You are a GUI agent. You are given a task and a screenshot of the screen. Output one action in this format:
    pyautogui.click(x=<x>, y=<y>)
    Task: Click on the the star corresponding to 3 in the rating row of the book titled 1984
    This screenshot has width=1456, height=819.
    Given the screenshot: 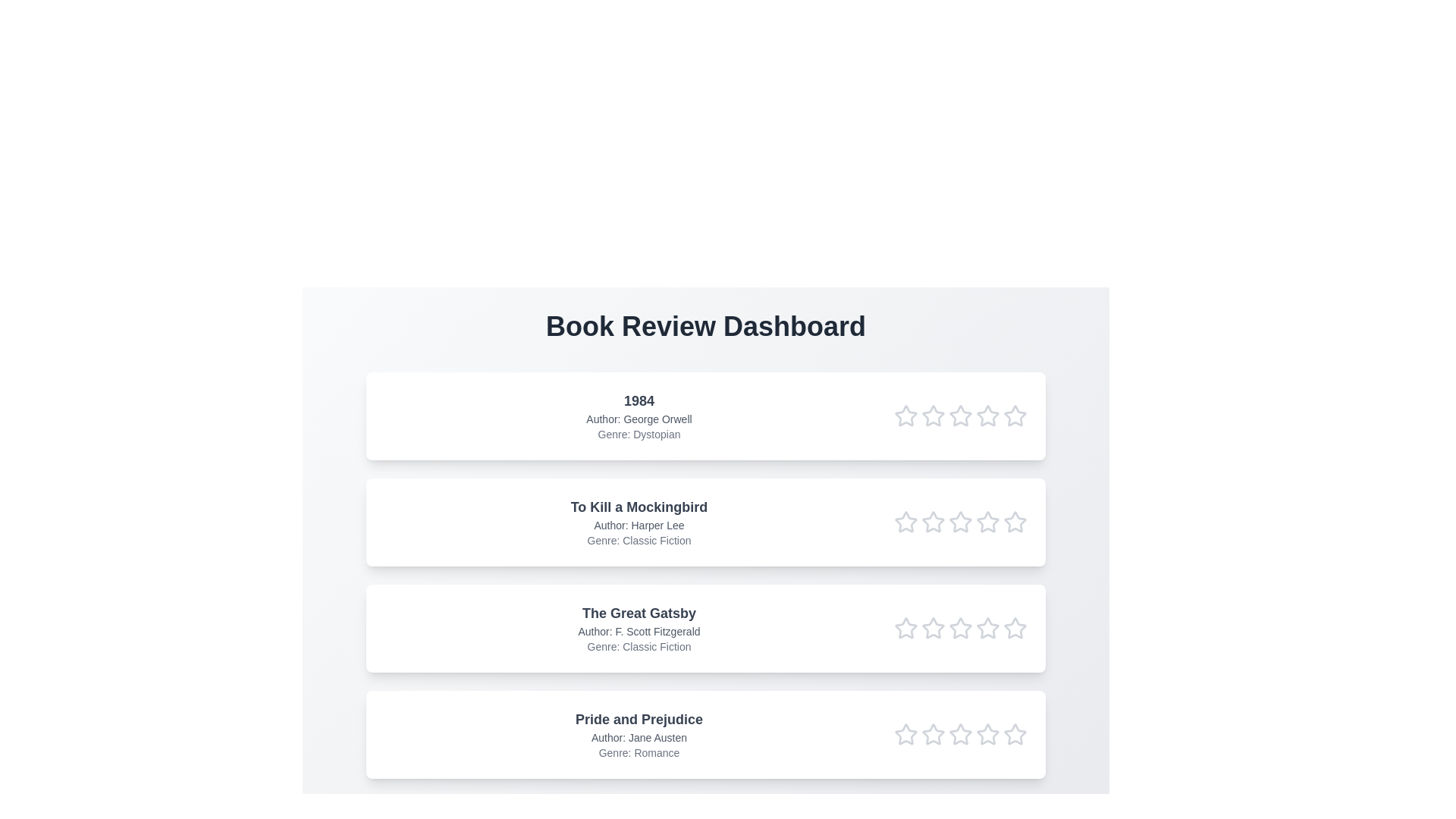 What is the action you would take?
    pyautogui.click(x=960, y=416)
    